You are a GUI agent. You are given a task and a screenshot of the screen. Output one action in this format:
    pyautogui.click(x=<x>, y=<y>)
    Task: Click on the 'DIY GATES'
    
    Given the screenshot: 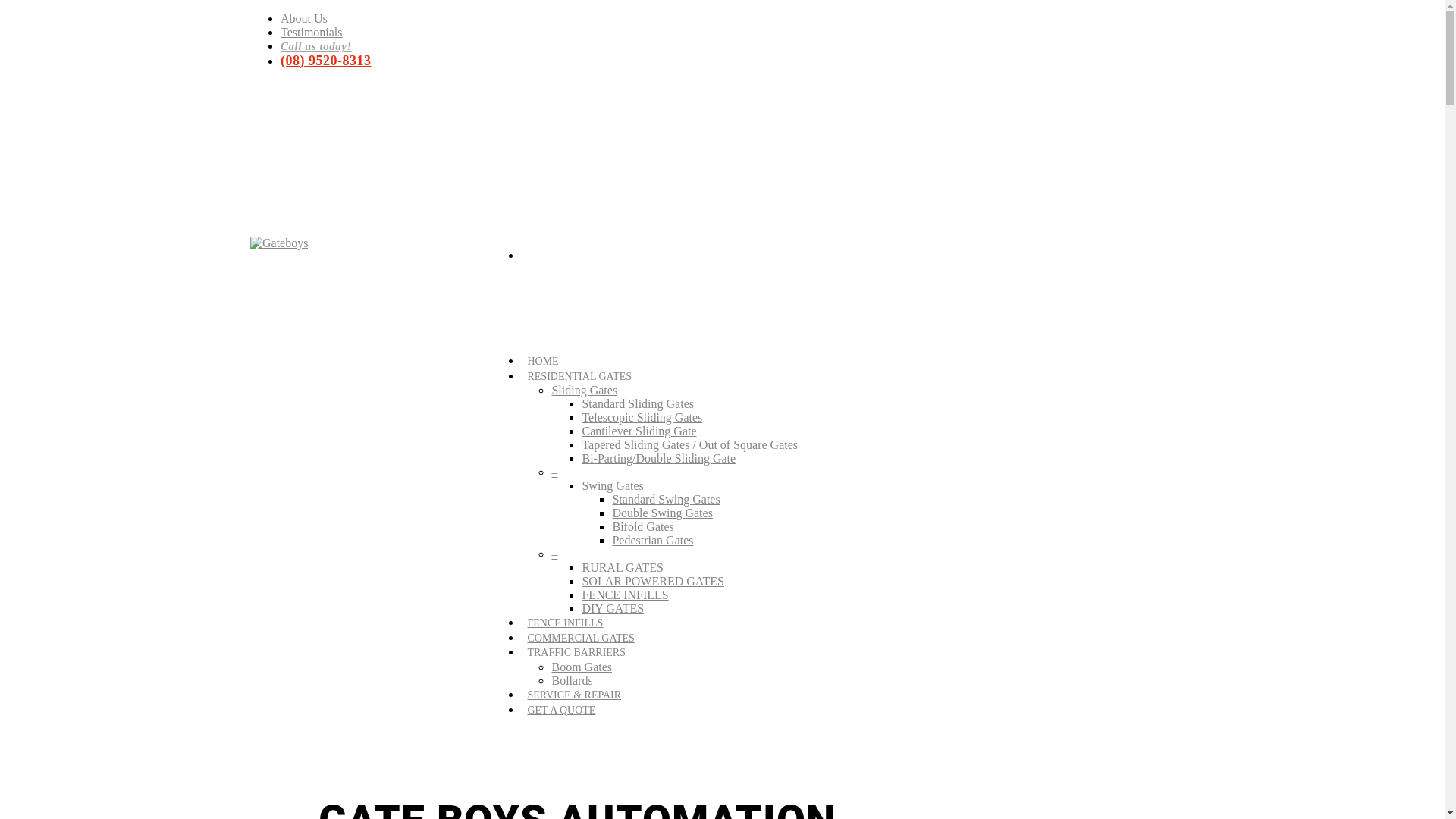 What is the action you would take?
    pyautogui.click(x=612, y=607)
    